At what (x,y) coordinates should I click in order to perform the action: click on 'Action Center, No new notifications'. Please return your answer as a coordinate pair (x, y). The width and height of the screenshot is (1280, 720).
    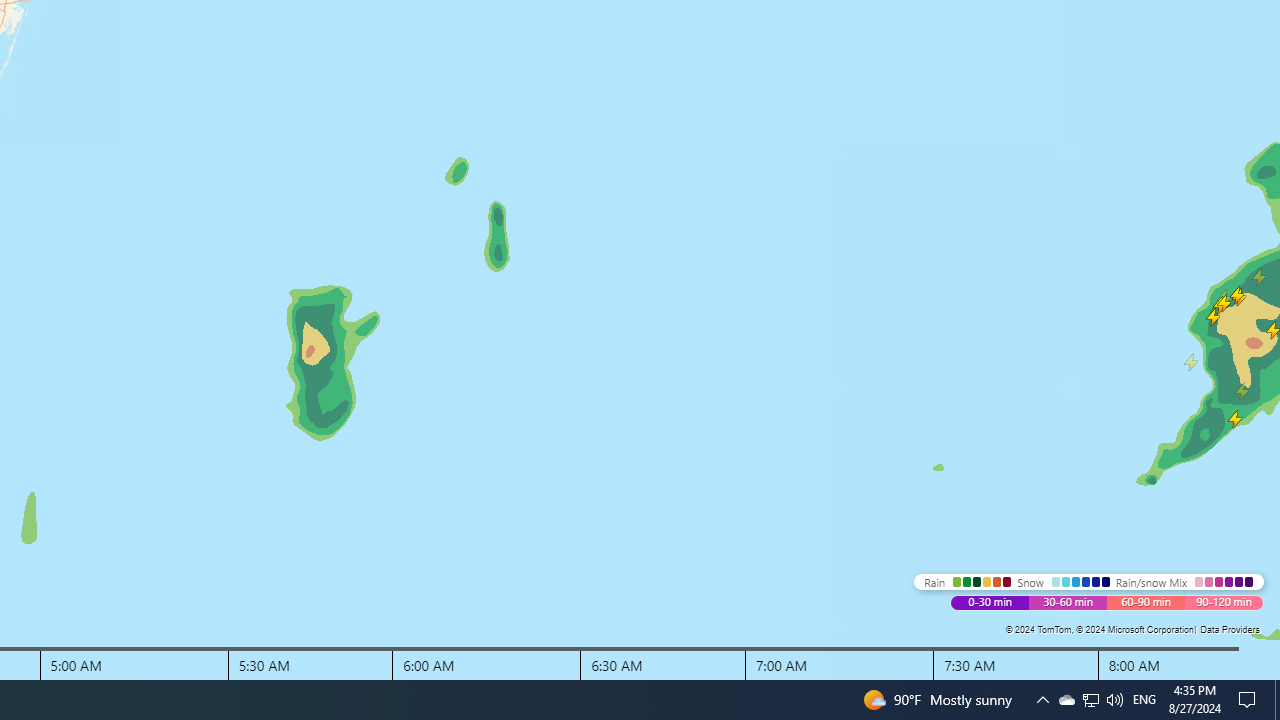
    Looking at the image, I should click on (1250, 698).